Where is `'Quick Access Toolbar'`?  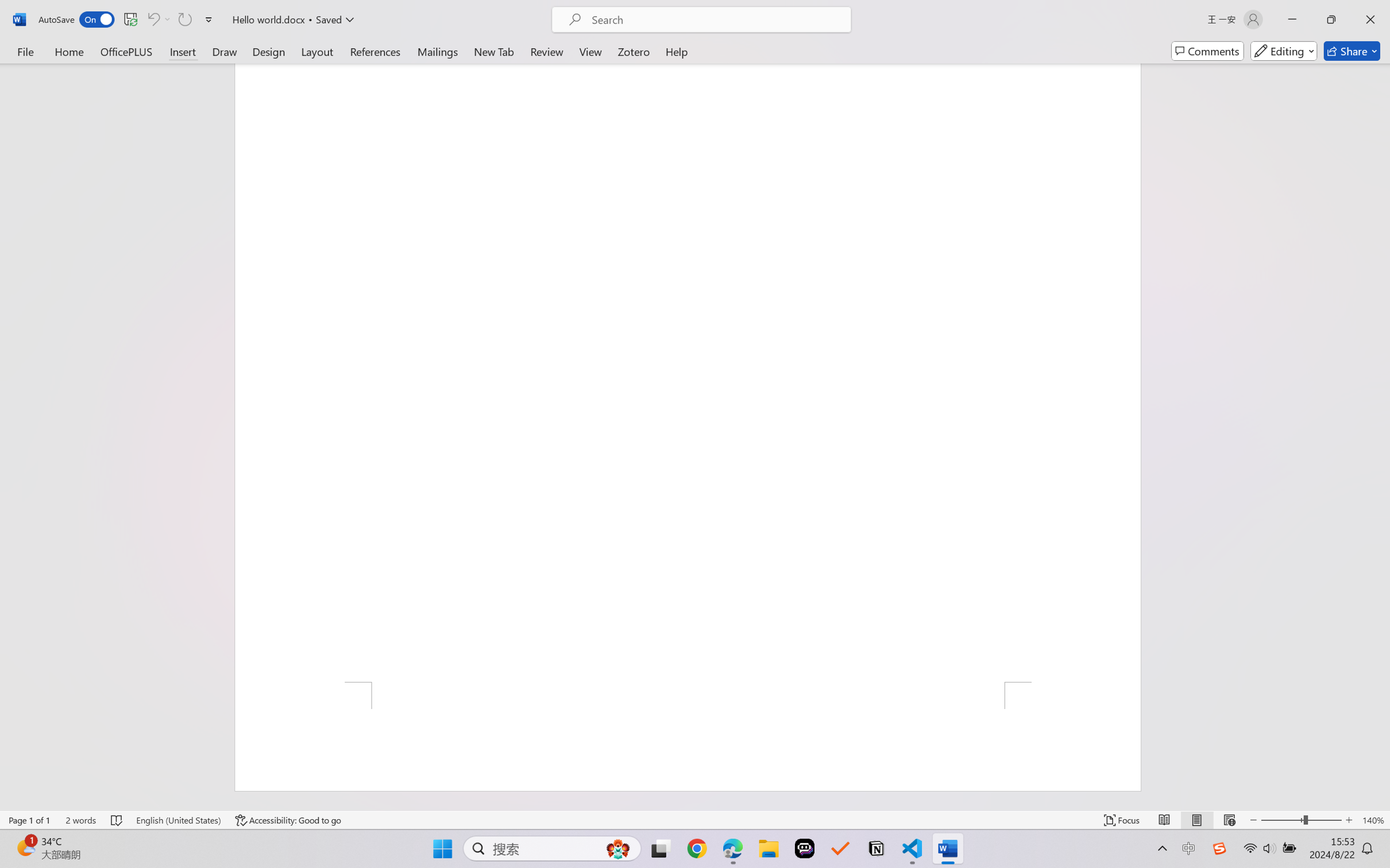
'Quick Access Toolbar' is located at coordinates (128, 19).